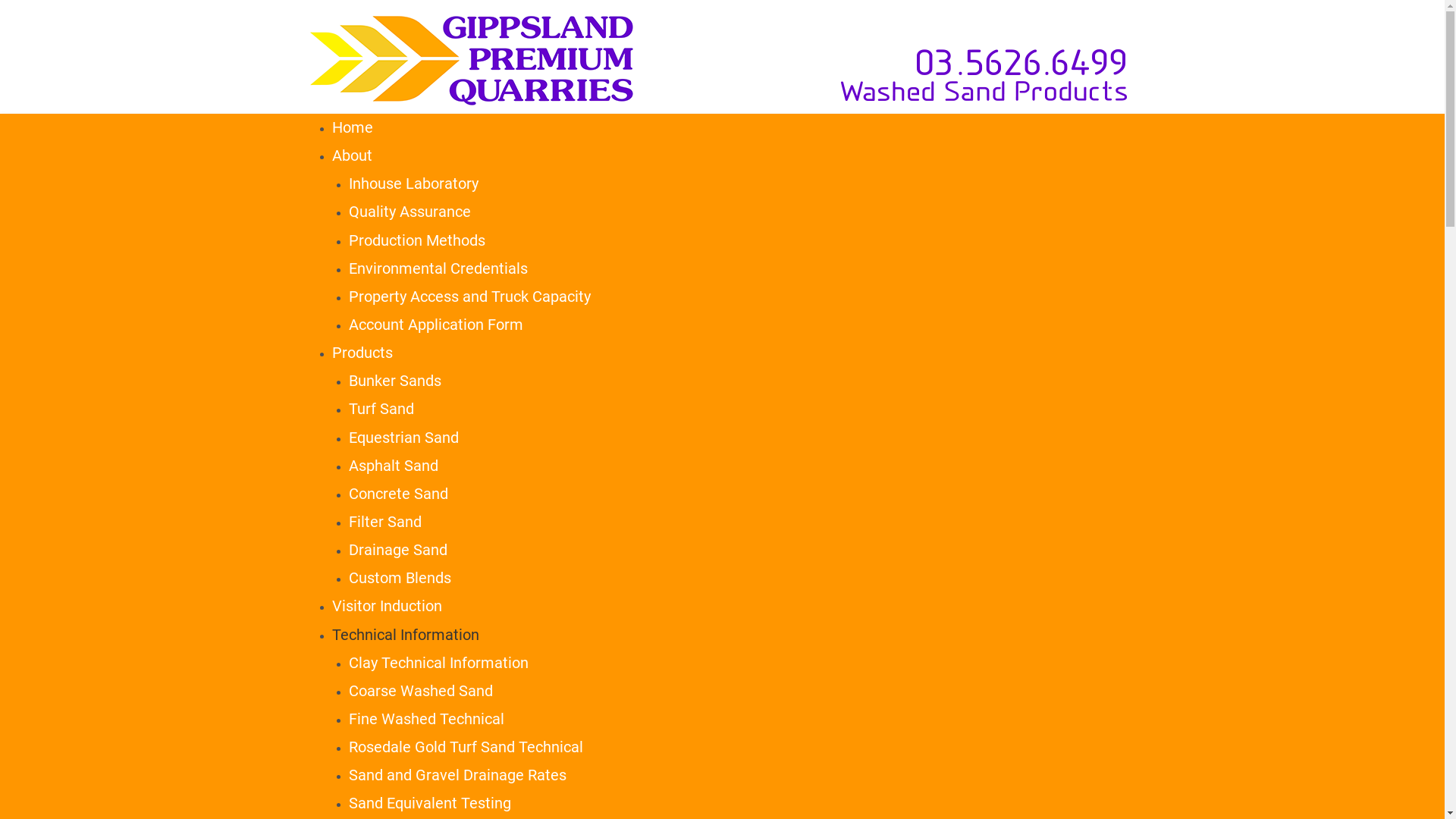 This screenshot has width=1456, height=819. I want to click on 'Quality Assurance', so click(409, 211).